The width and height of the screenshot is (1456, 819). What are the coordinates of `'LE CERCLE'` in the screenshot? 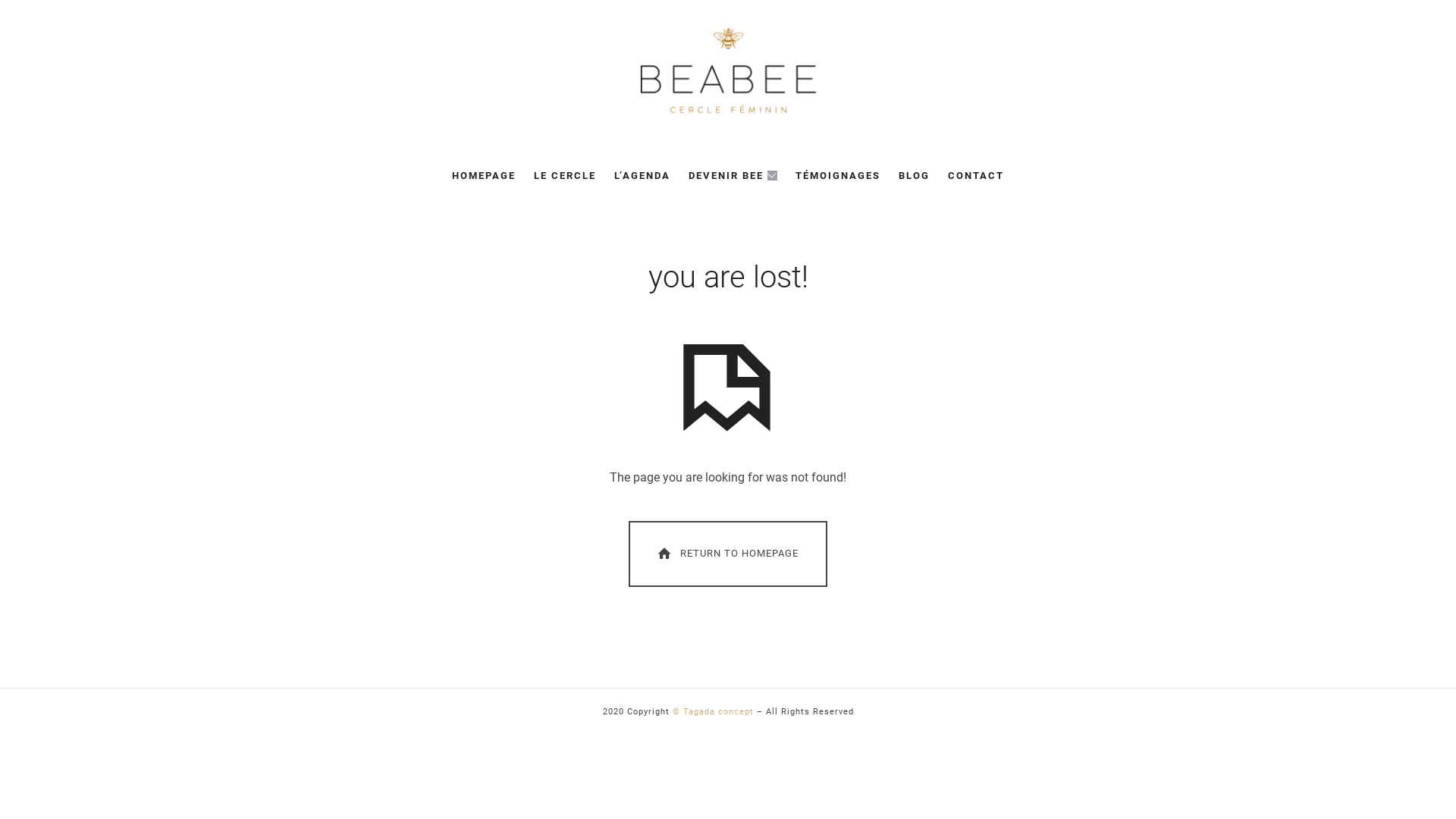 It's located at (563, 174).